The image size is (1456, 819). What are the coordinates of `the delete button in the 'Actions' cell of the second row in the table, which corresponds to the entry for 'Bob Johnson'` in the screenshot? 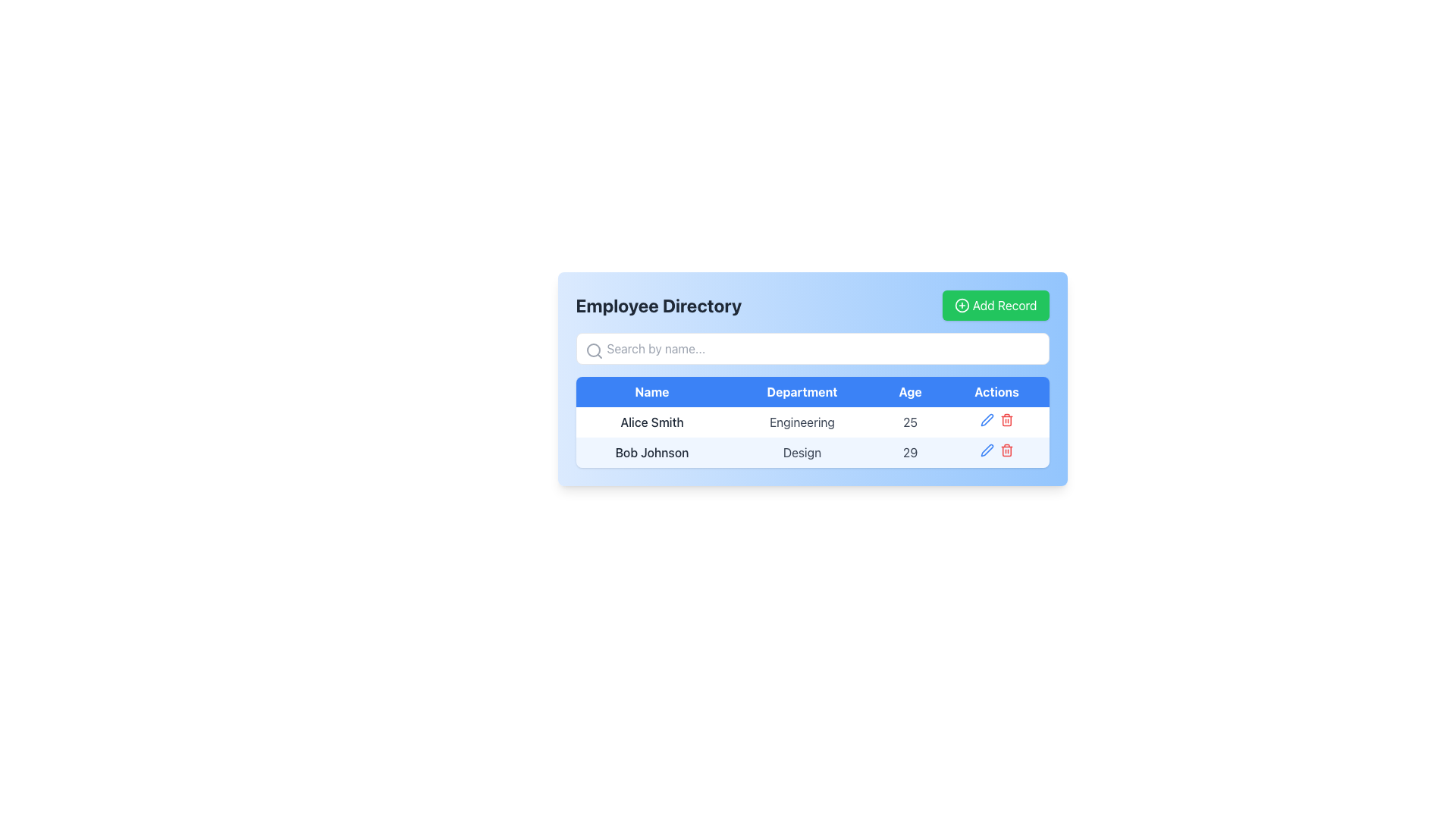 It's located at (1006, 420).